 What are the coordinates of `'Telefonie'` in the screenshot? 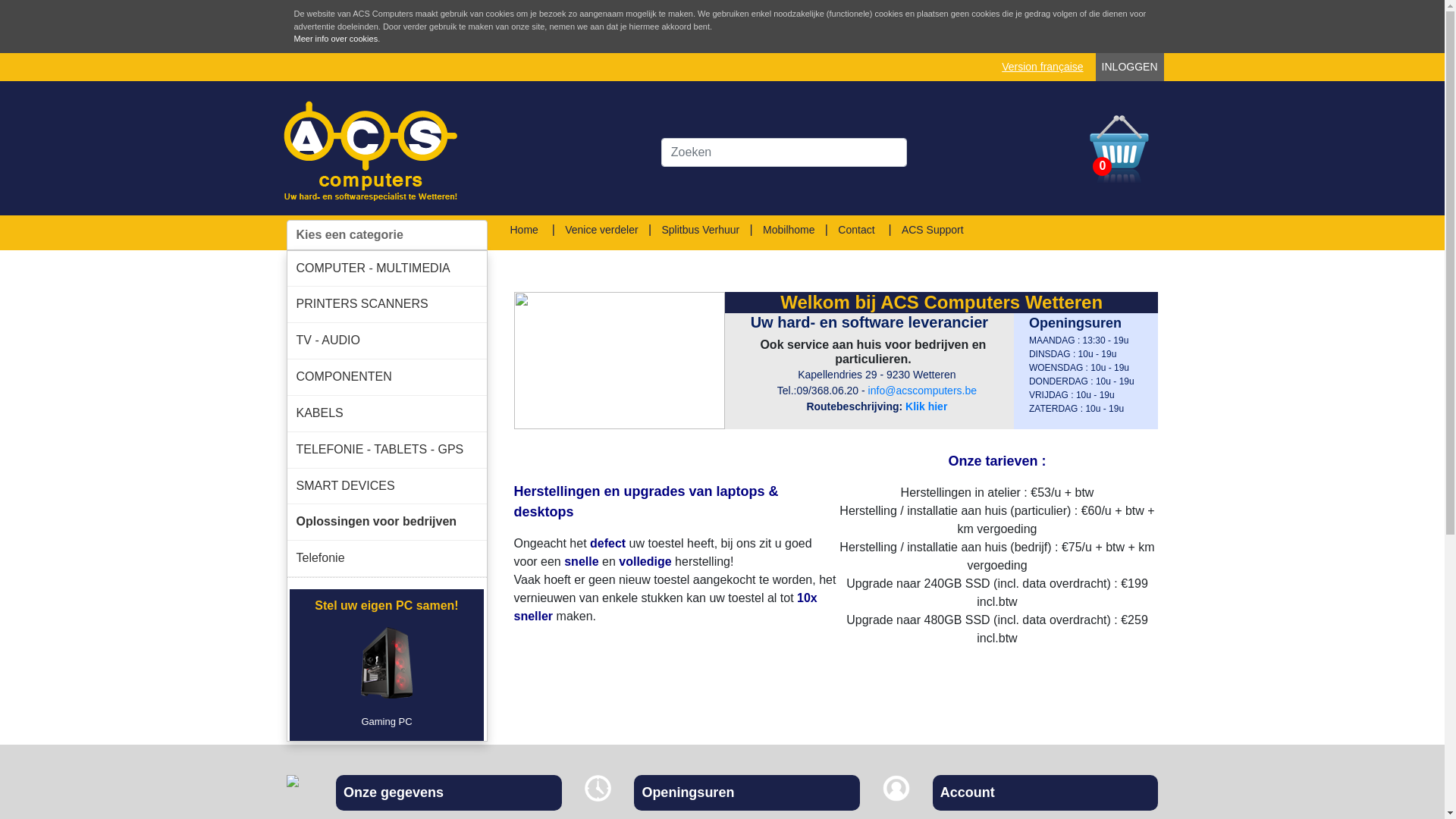 It's located at (386, 558).